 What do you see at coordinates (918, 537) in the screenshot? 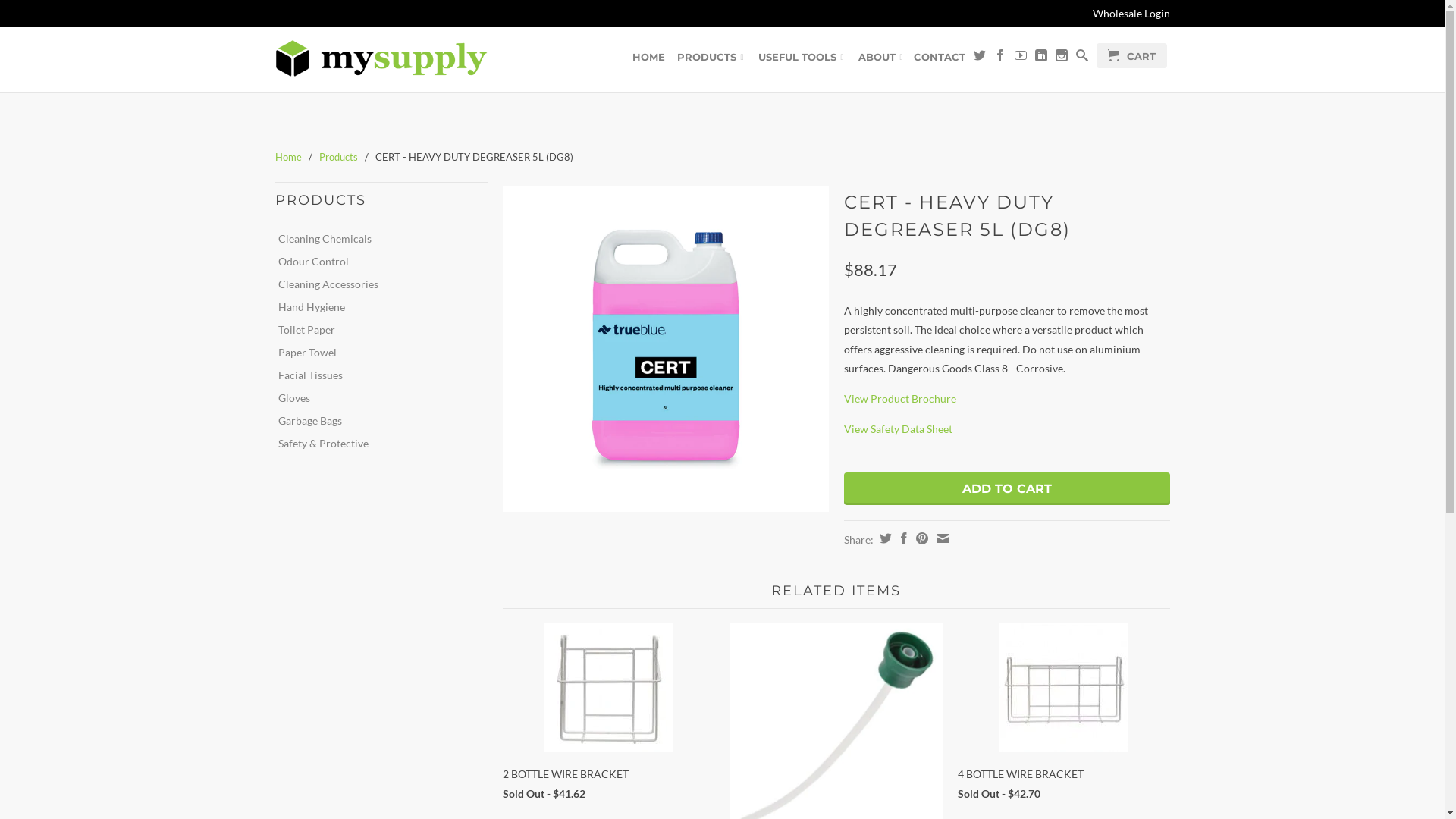
I see `'Share this on Pinterest'` at bounding box center [918, 537].